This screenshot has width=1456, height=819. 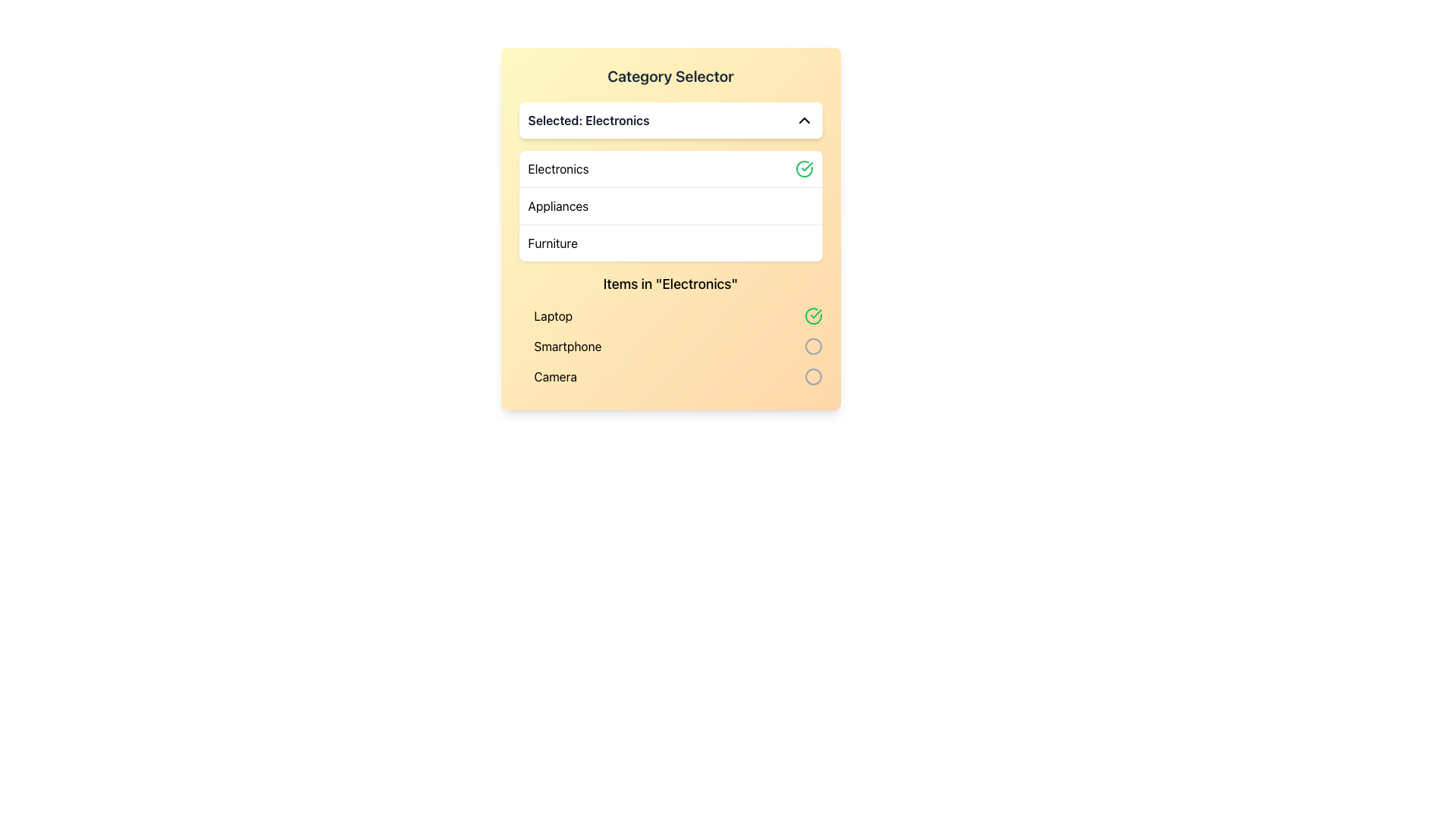 What do you see at coordinates (566, 346) in the screenshot?
I see `the second text label in the list of electronics under 'Items in "Electronics"', which is located between 'Laptop' and 'Camera'` at bounding box center [566, 346].